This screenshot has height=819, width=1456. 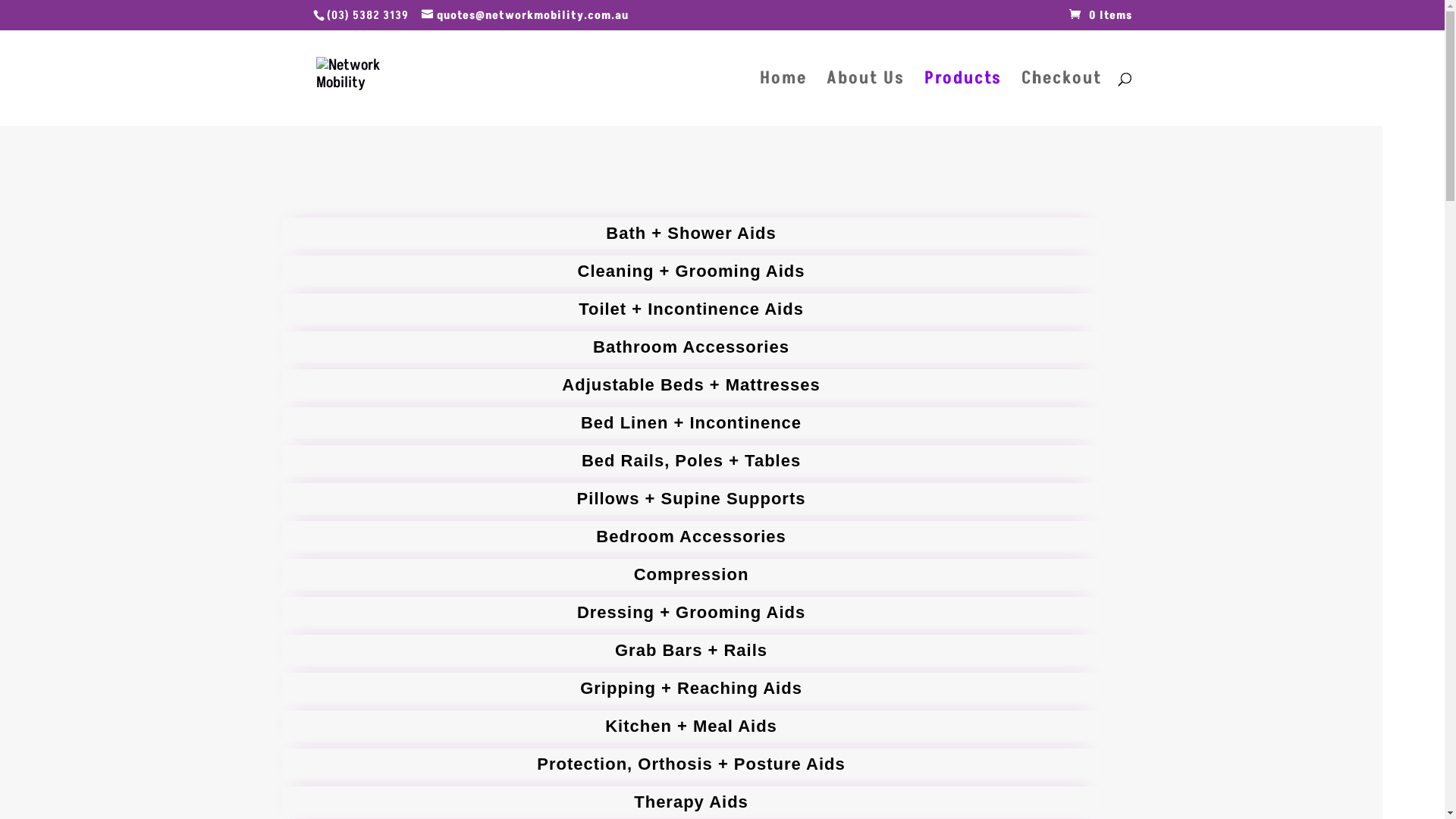 I want to click on 'Bath + Shower Aids', so click(x=691, y=234).